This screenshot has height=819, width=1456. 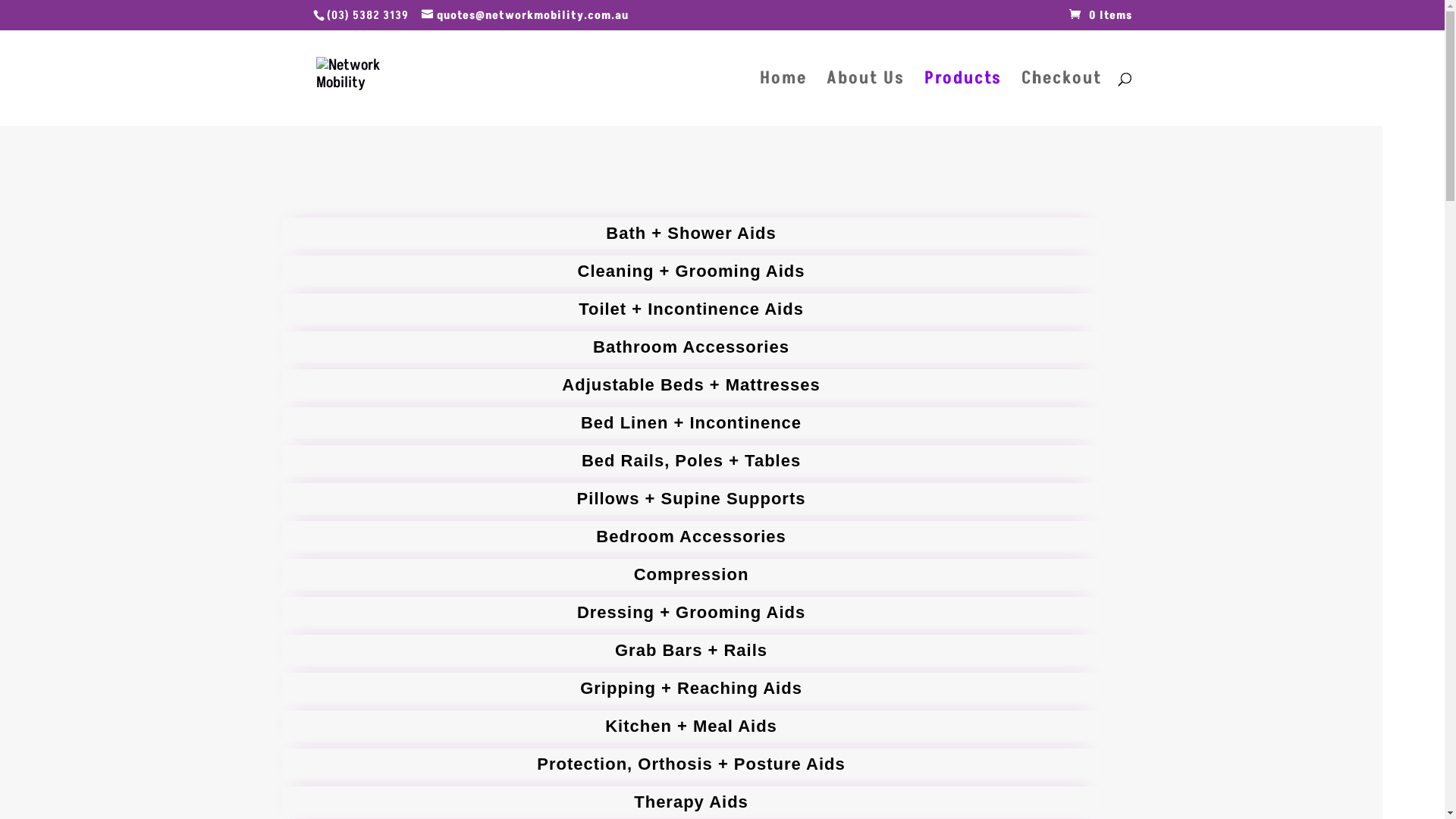 I want to click on 'Bath + Shower Aids', so click(x=691, y=234).